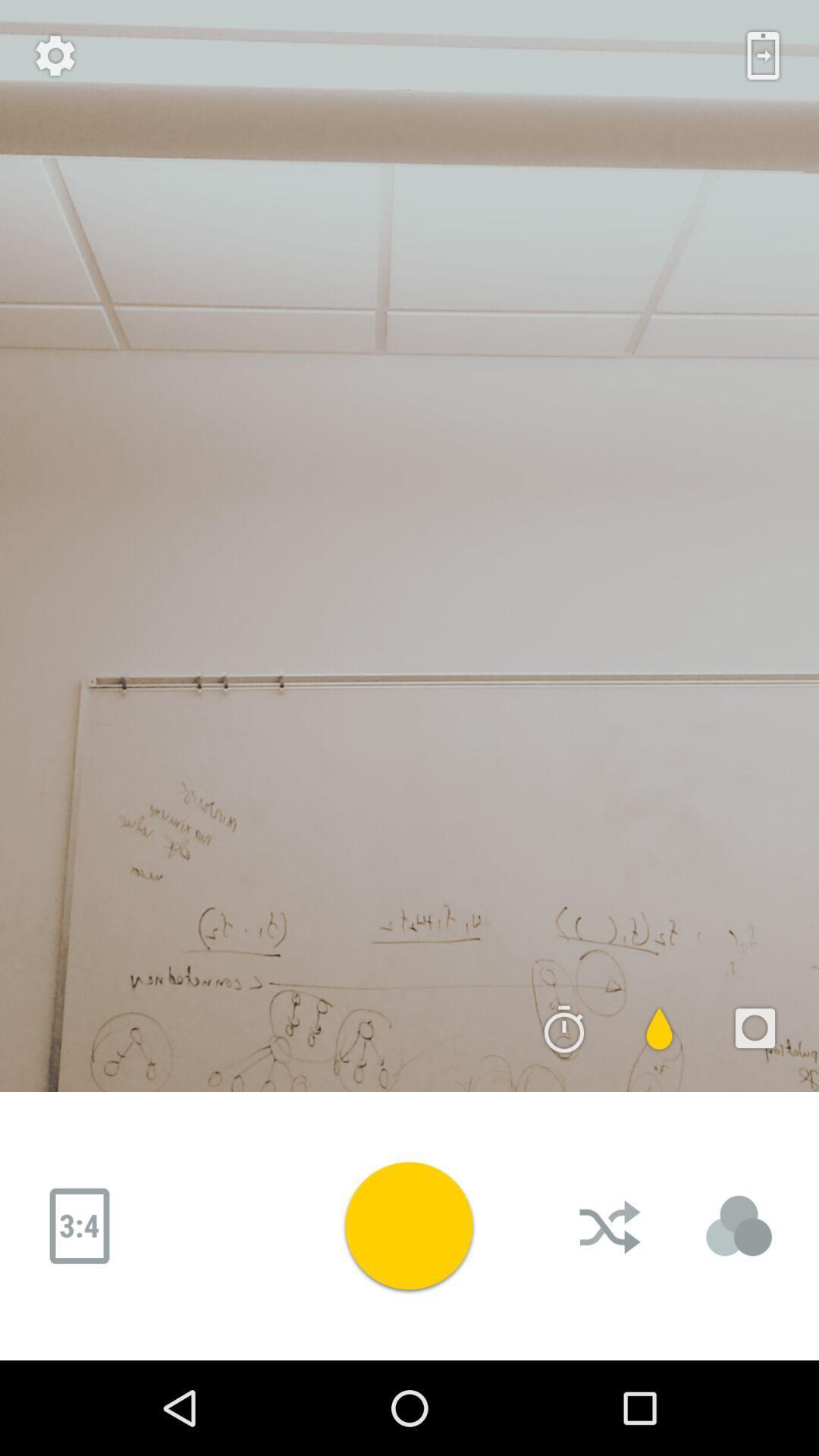 This screenshot has height=1456, width=819. I want to click on filter, so click(659, 1028).